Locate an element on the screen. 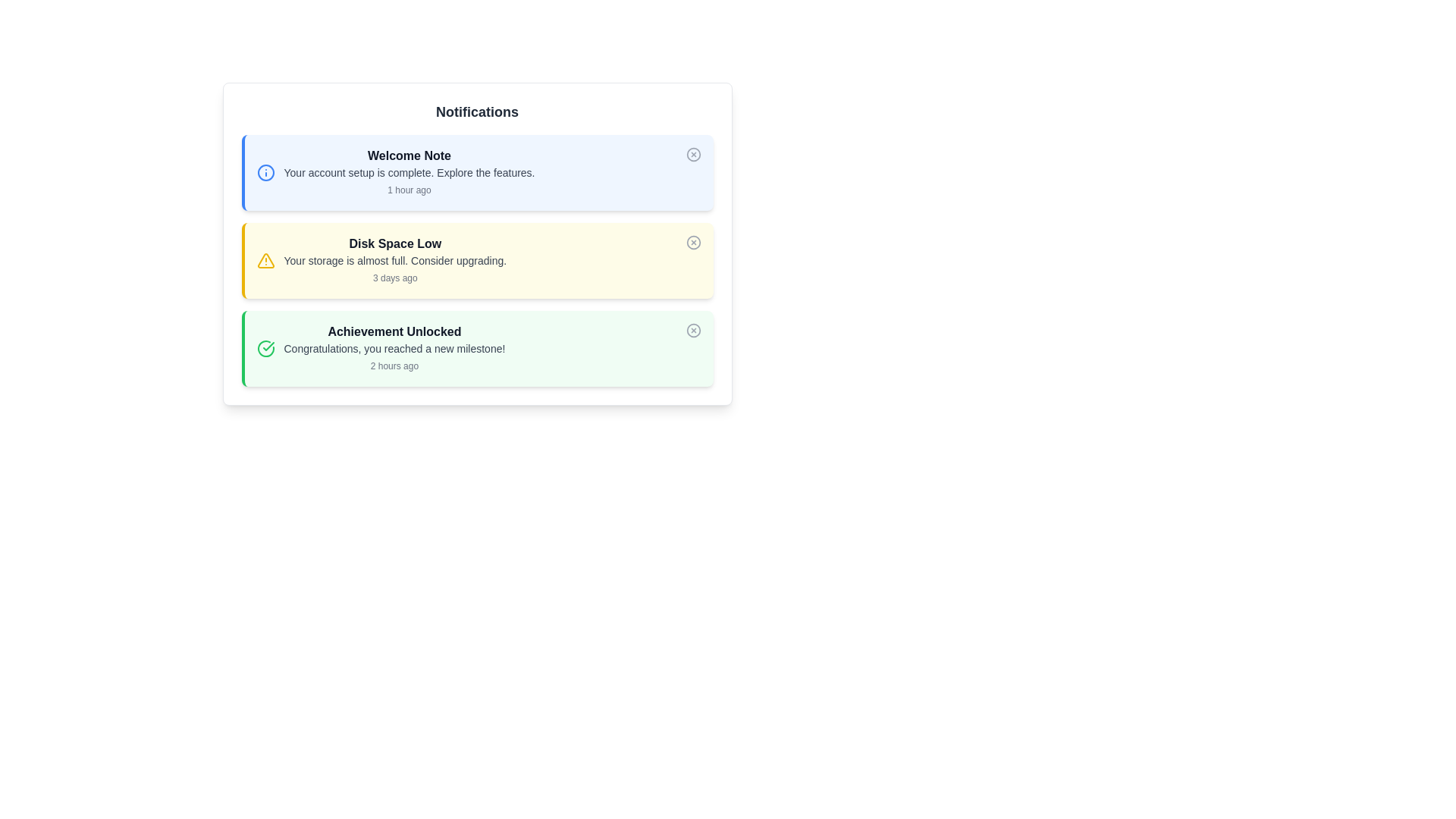 This screenshot has width=1456, height=819. the SVG Circle, which is a ring-like shape centered within the third notification entry on the rightmost side of the interface, adjacent to a green background is located at coordinates (692, 329).